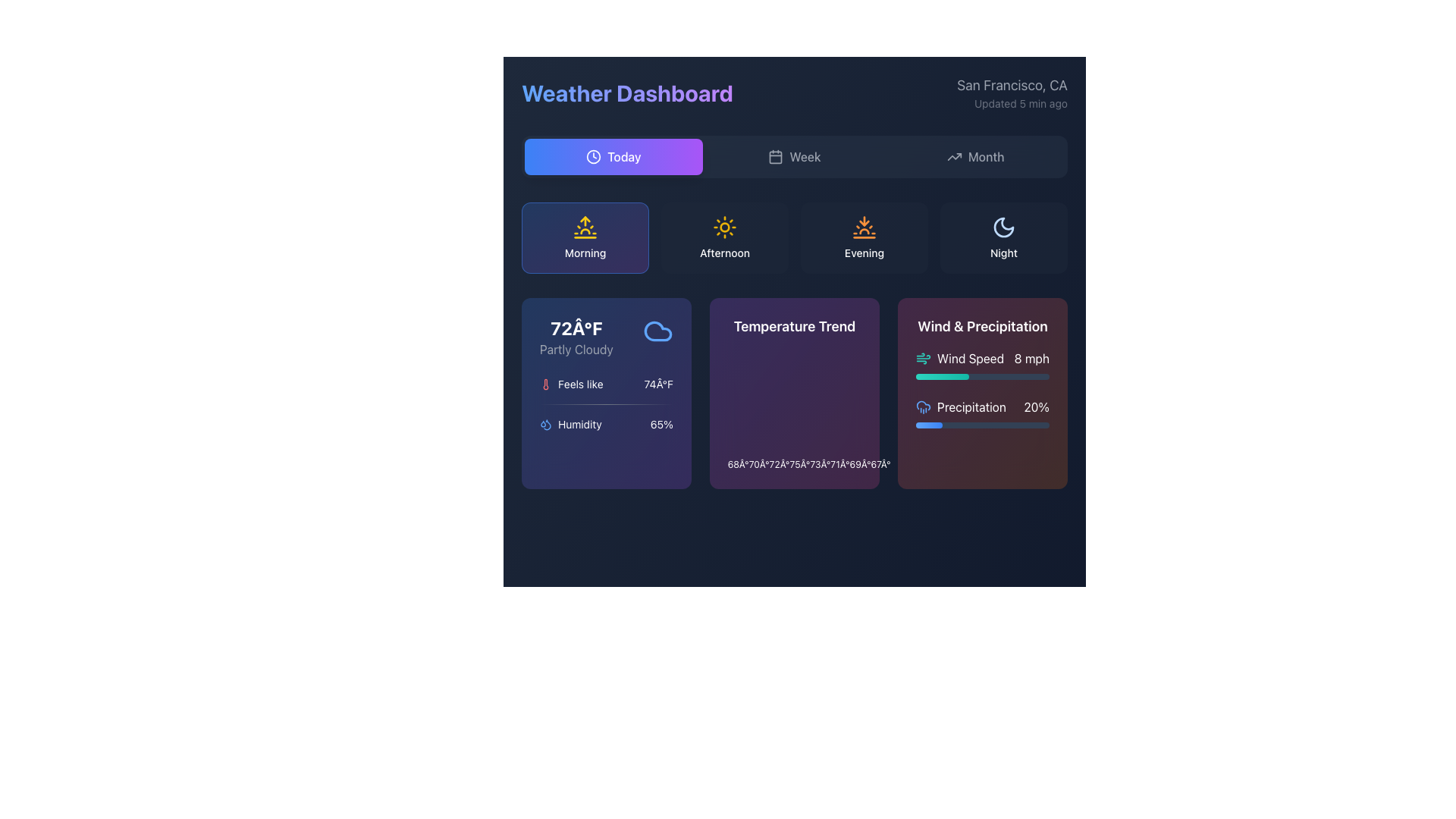 The width and height of the screenshot is (1456, 819). Describe the element at coordinates (793, 409) in the screenshot. I see `the Data visualization component, which is a rectangular placeholder with a gradient background and contains a series of numerical values formatted as temperatures, located in the 'Temperature Trend' section` at that location.